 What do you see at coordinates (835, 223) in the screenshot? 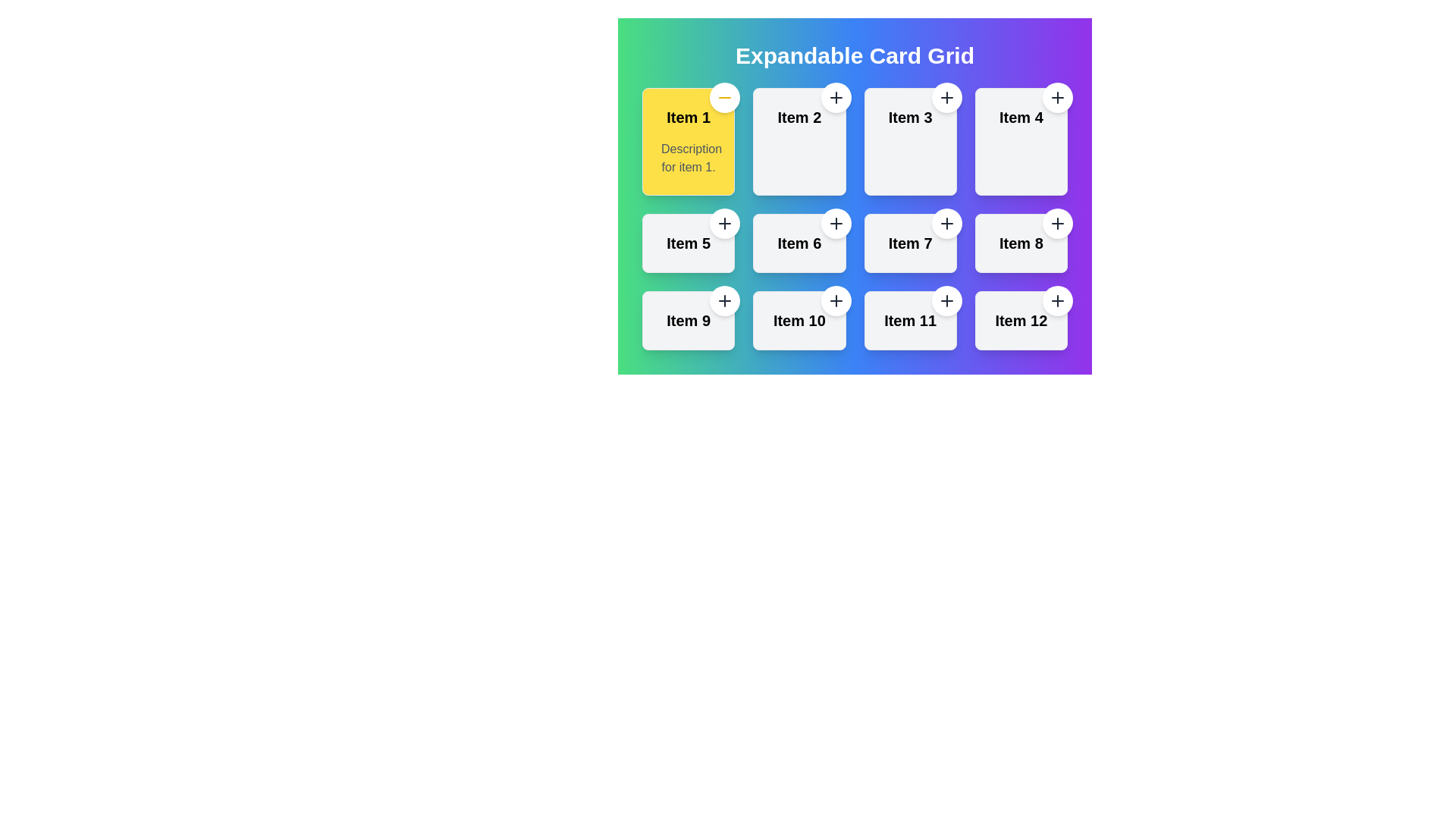
I see `the white circular button with a black '+' icon located at the top-right corner of the 'Item 6' card for keyboard interaction` at bounding box center [835, 223].